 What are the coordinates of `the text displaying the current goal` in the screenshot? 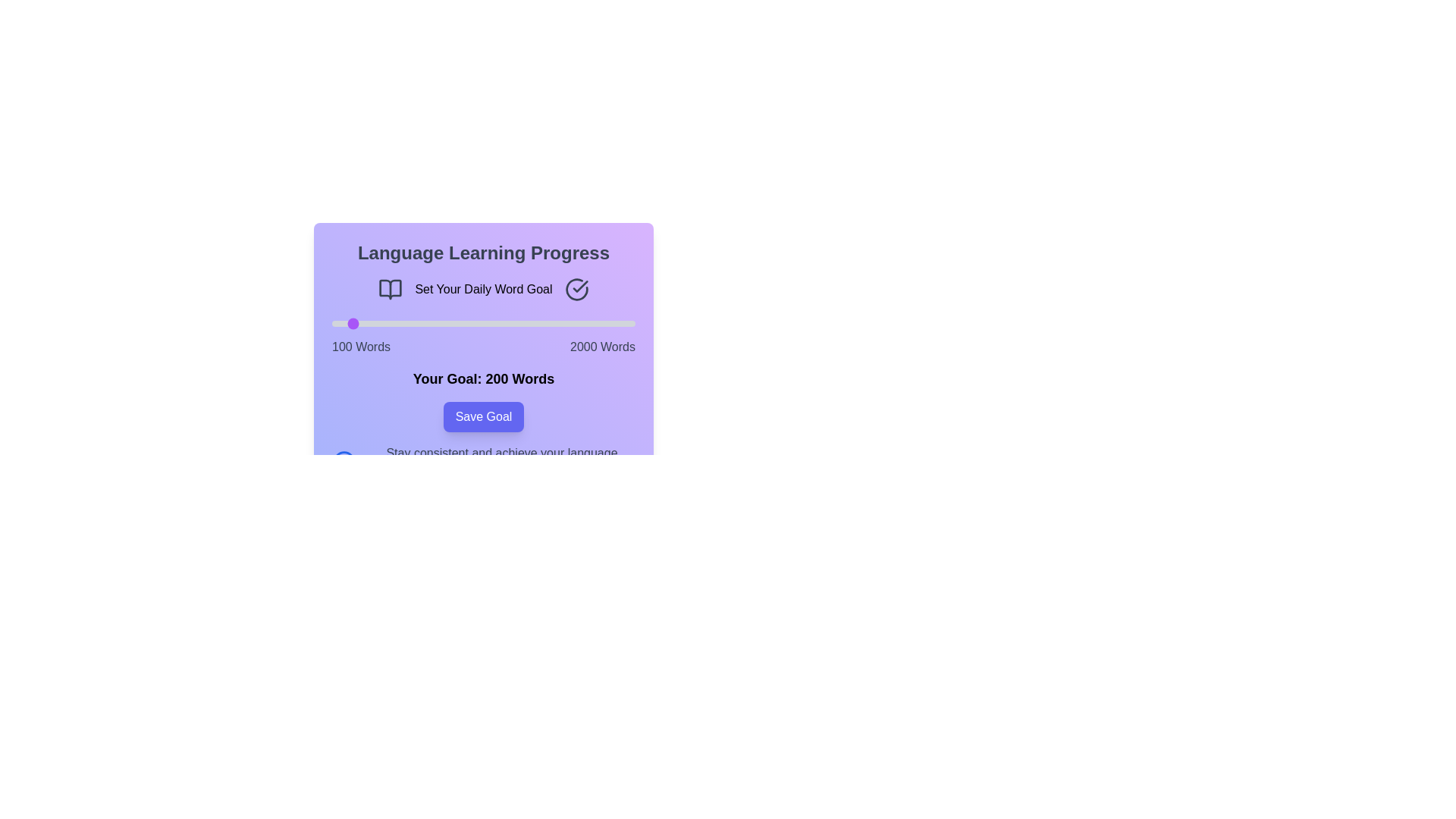 It's located at (483, 378).